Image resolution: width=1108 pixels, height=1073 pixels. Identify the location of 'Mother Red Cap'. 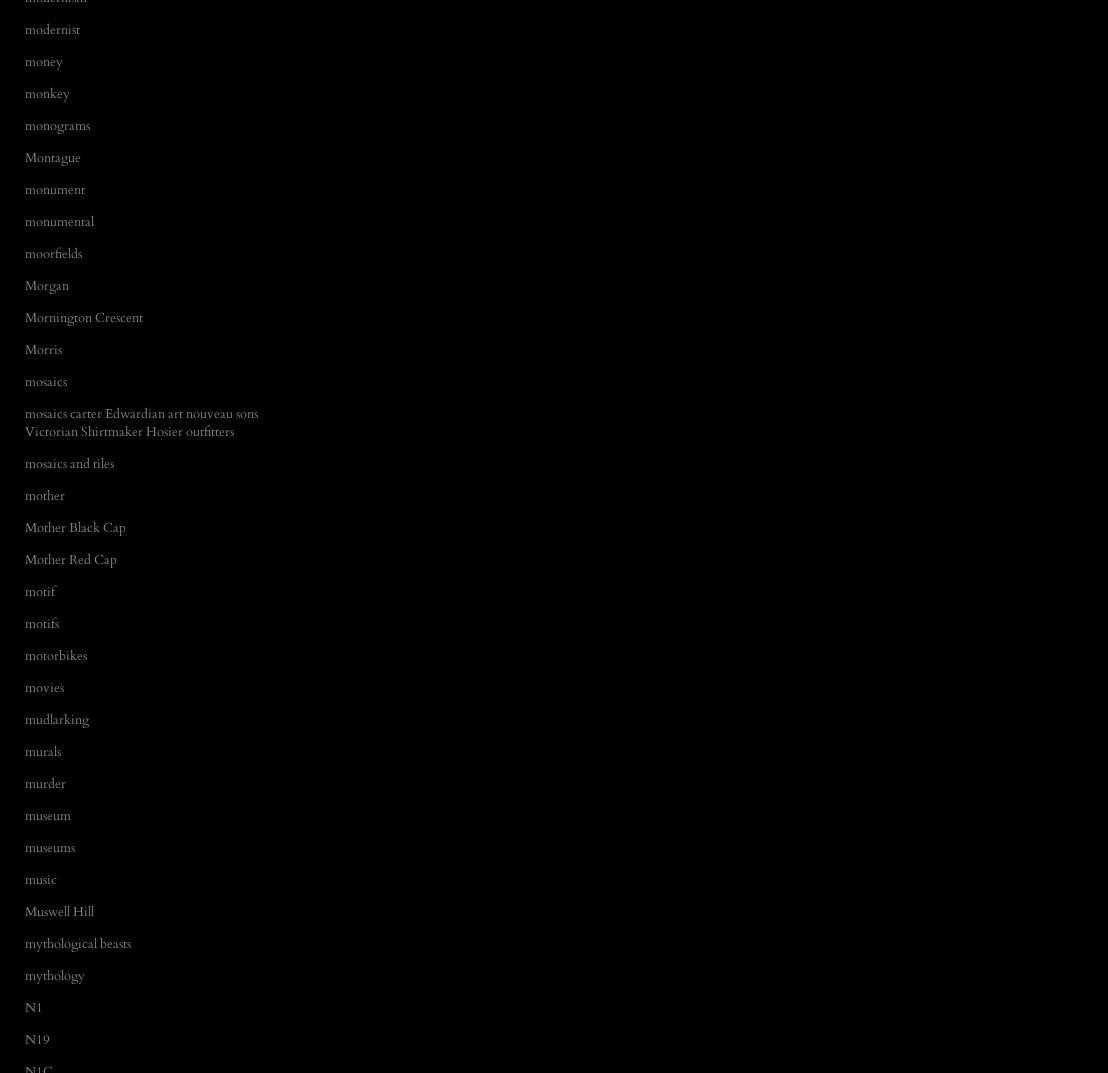
(25, 559).